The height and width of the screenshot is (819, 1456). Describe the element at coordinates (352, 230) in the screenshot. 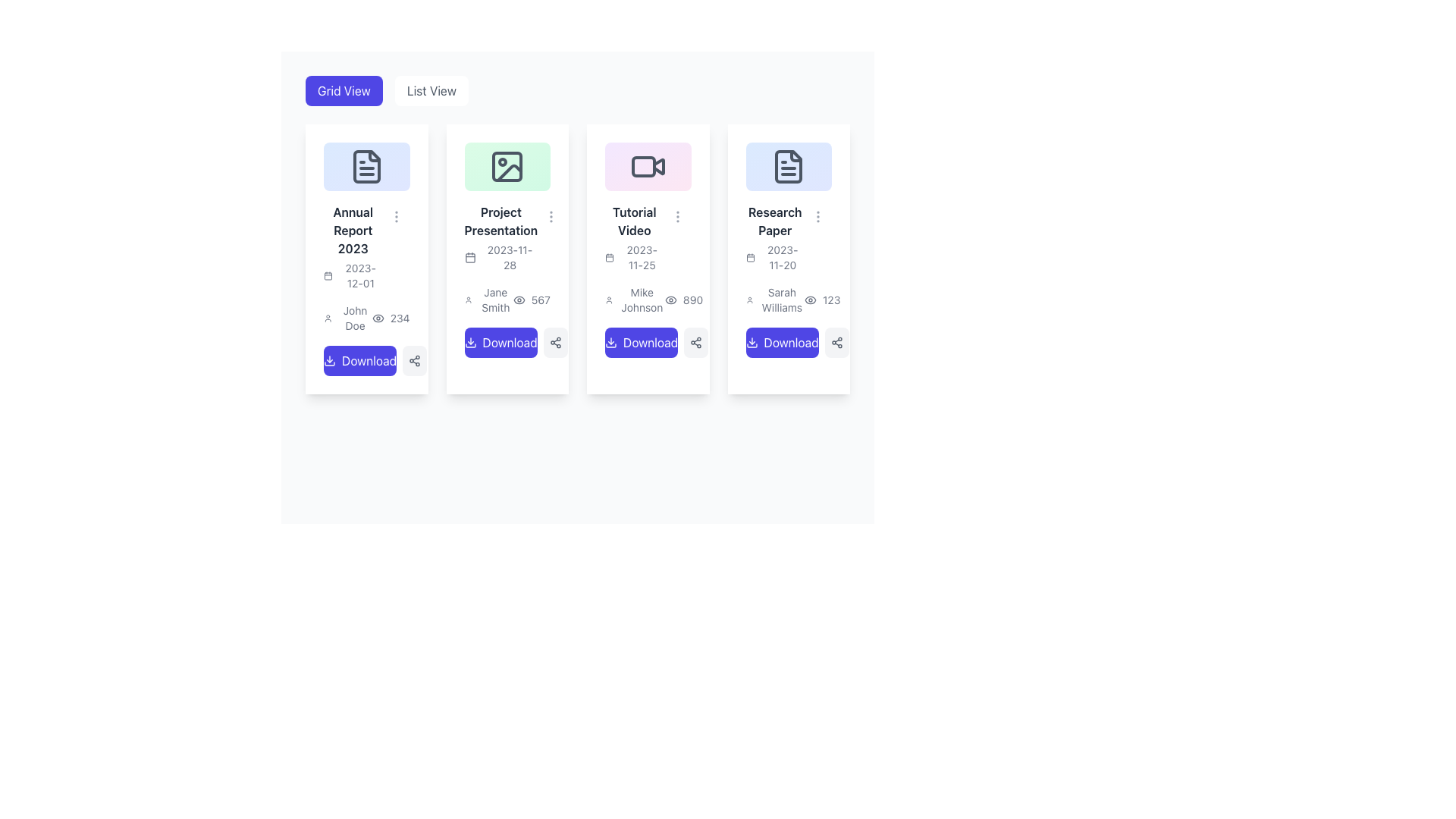

I see `label or title text indicating 'Annual Report' for the year 2023, located at the top of the first card in the grid layout` at that location.